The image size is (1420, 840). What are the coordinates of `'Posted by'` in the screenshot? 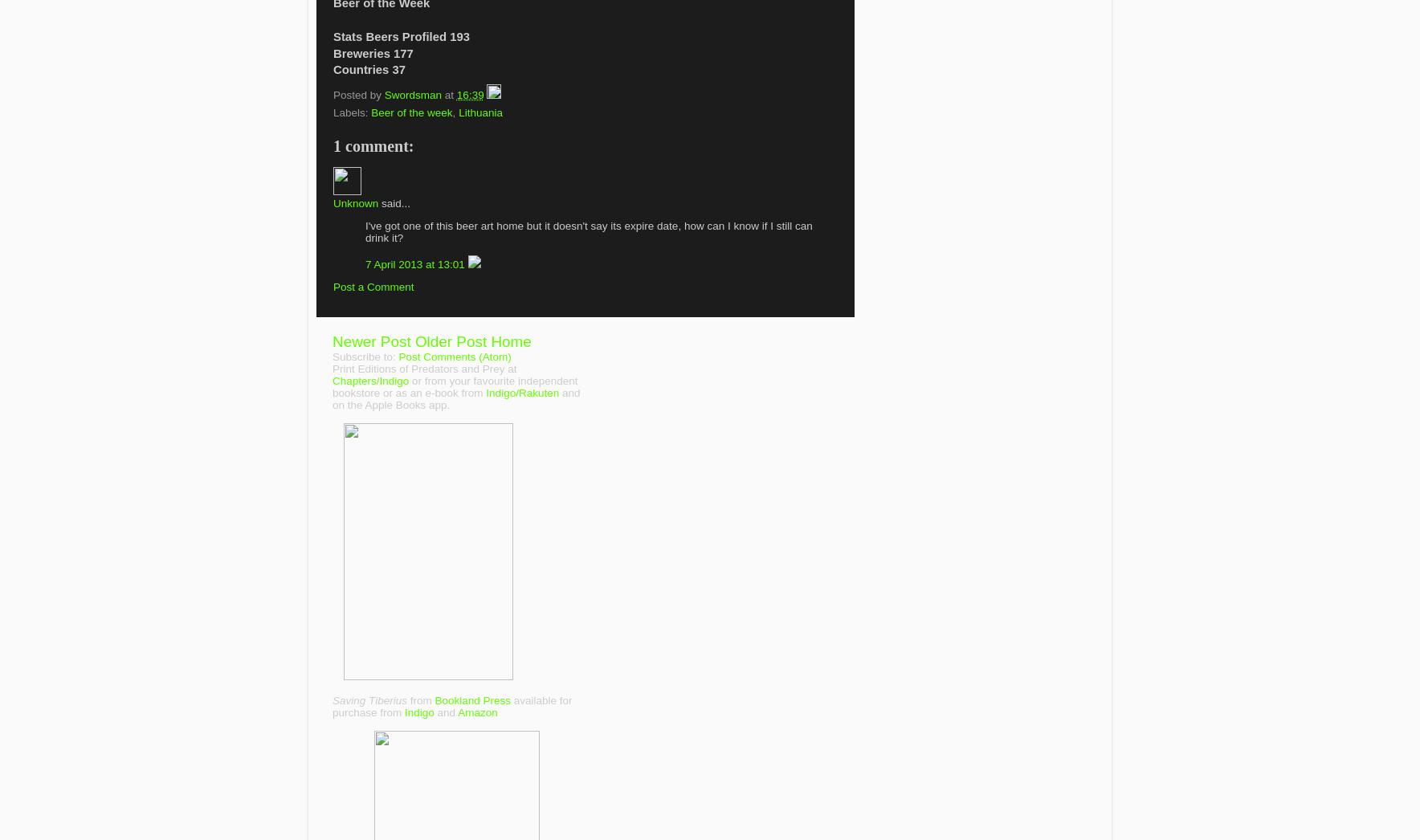 It's located at (357, 93).